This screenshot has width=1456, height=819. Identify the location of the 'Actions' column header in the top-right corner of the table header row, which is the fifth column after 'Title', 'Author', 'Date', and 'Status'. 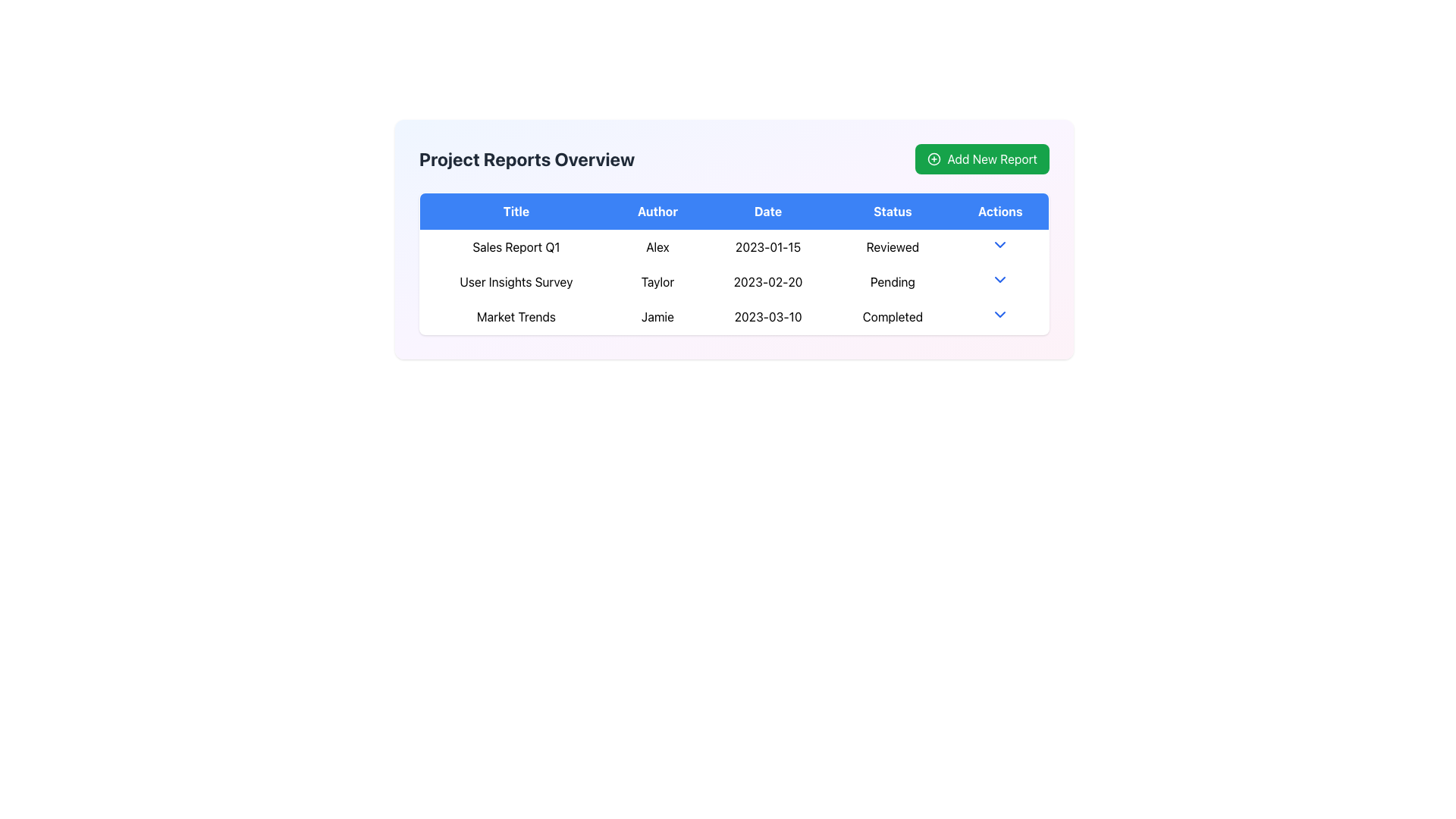
(1000, 211).